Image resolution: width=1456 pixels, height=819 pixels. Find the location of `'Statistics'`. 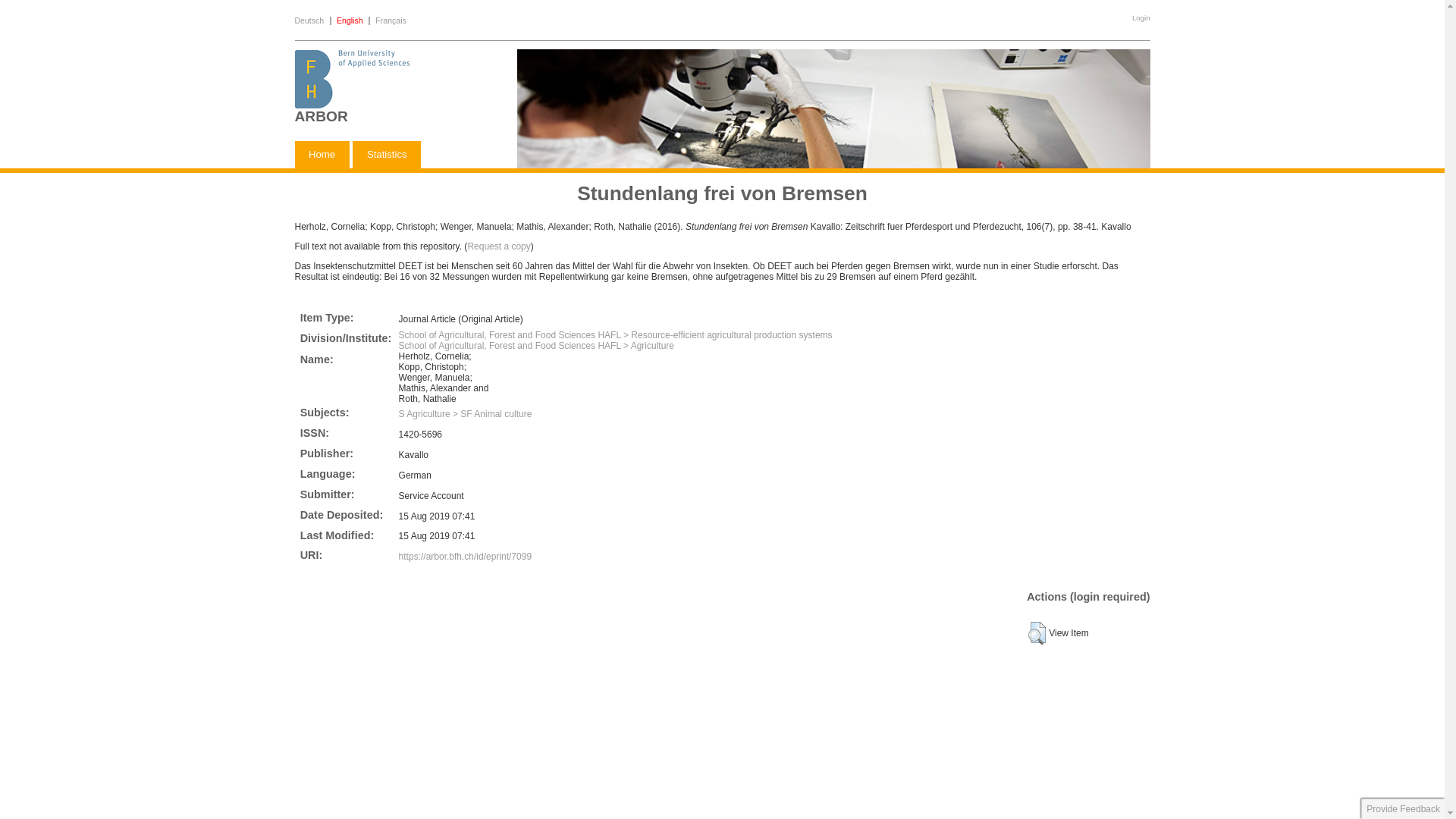

'Statistics' is located at coordinates (352, 156).